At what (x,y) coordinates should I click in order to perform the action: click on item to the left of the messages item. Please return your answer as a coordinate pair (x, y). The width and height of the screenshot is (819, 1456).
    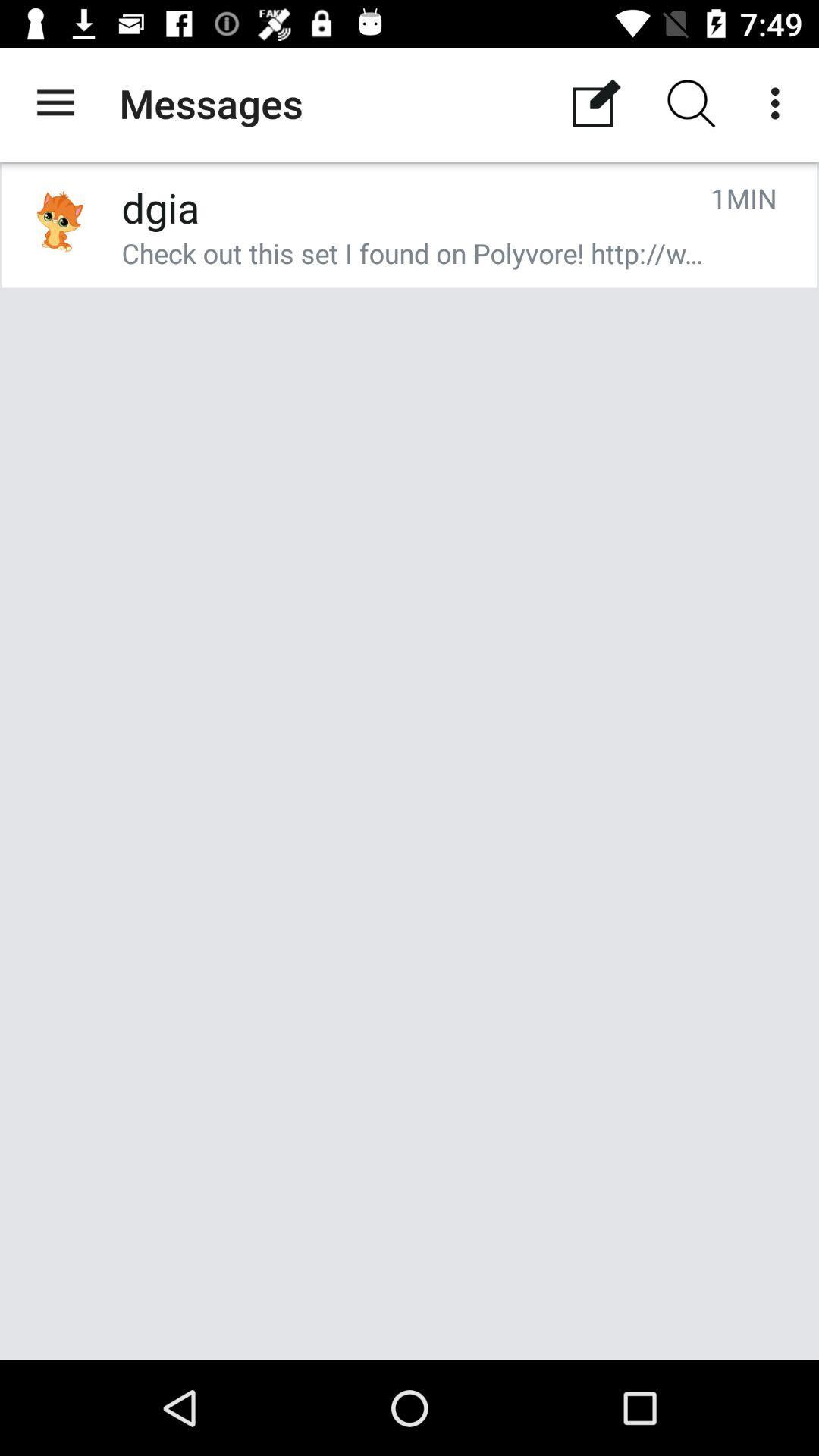
    Looking at the image, I should click on (55, 102).